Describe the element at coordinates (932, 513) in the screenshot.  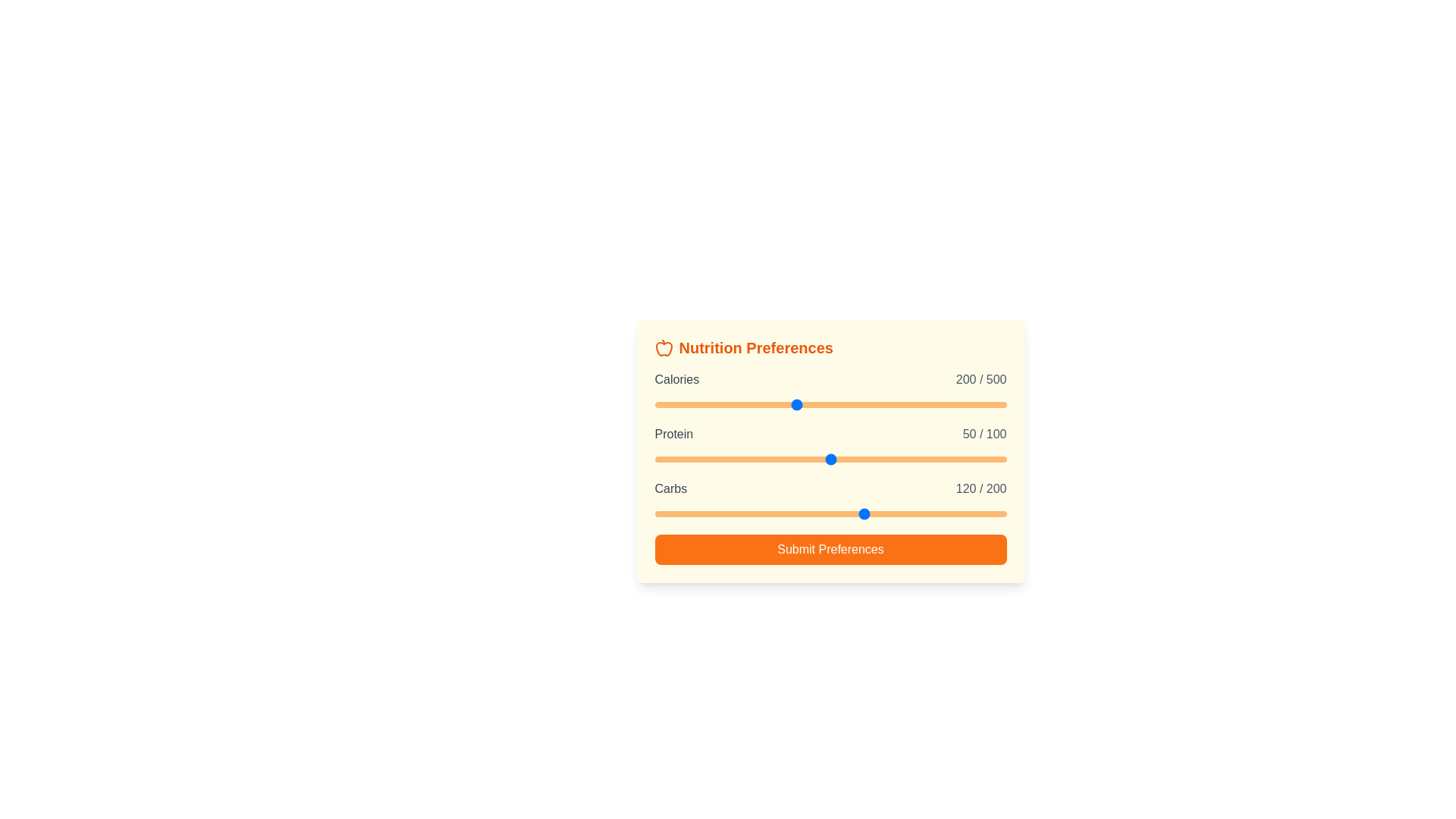
I see `the carbs value` at that location.